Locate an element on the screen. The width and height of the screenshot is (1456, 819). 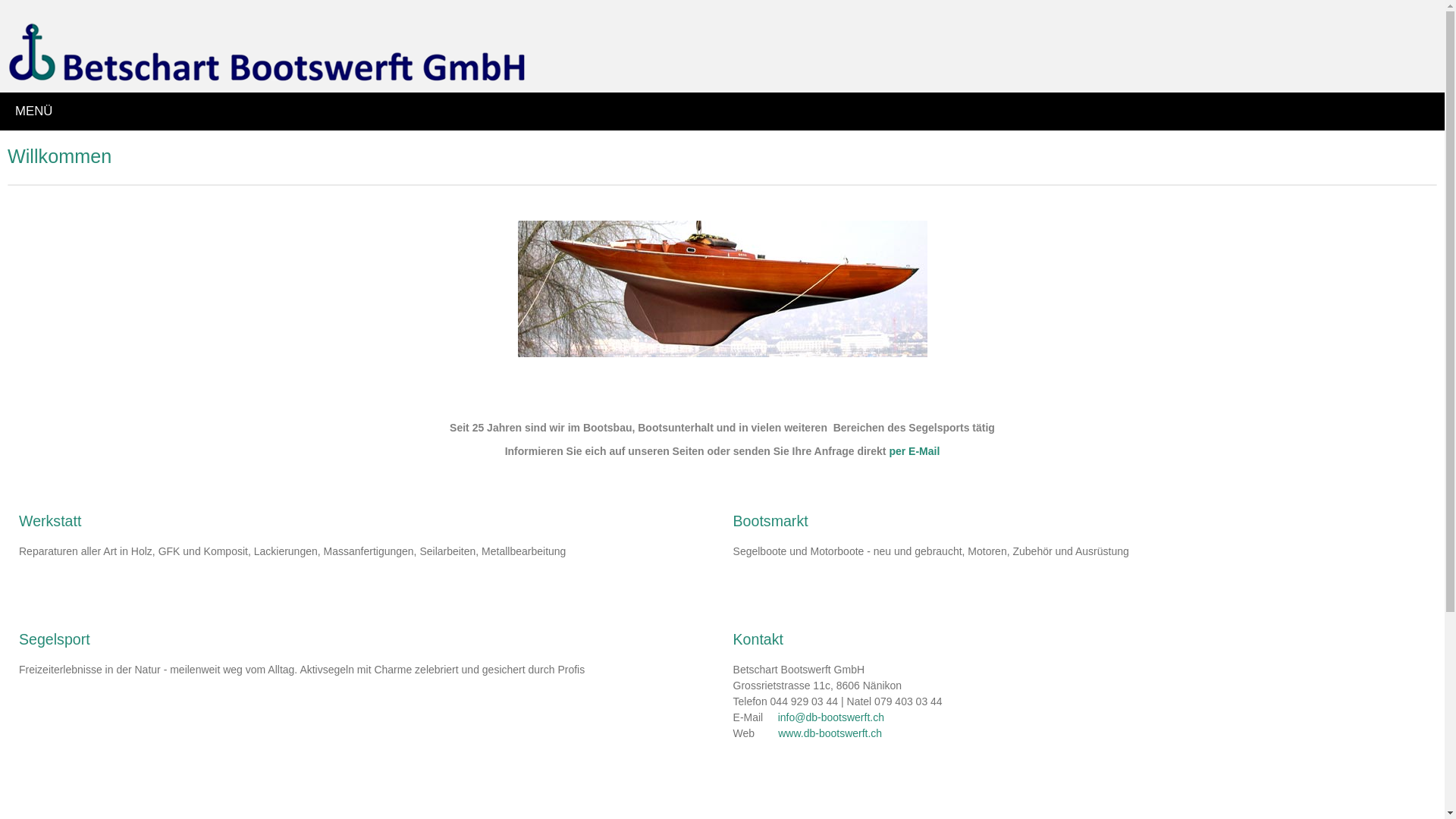
'per E-Mail' is located at coordinates (913, 450).